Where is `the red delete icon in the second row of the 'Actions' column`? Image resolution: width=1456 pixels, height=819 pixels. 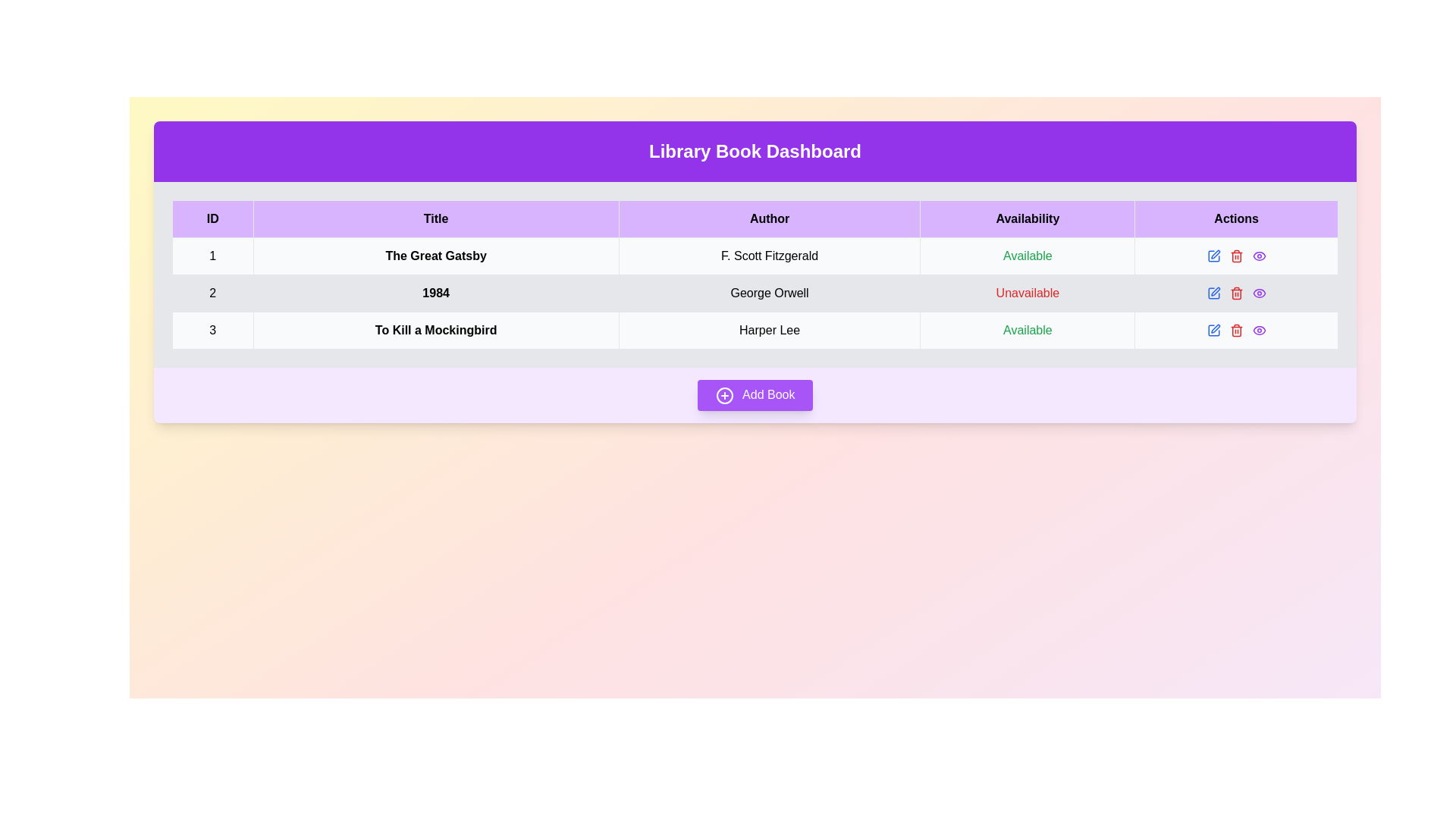 the red delete icon in the second row of the 'Actions' column is located at coordinates (1236, 293).